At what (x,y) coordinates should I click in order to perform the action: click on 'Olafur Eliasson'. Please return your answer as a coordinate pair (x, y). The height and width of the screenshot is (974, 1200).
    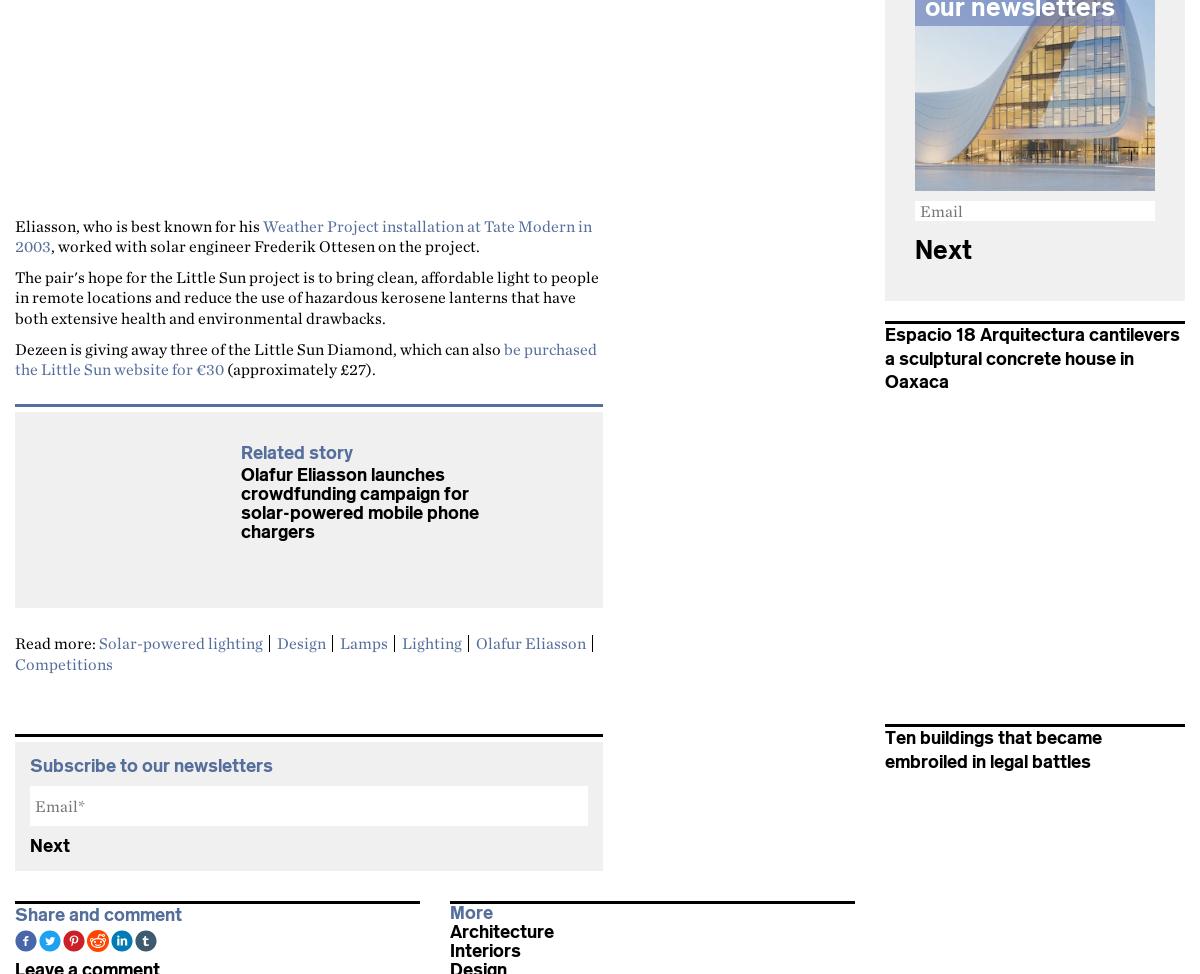
    Looking at the image, I should click on (530, 642).